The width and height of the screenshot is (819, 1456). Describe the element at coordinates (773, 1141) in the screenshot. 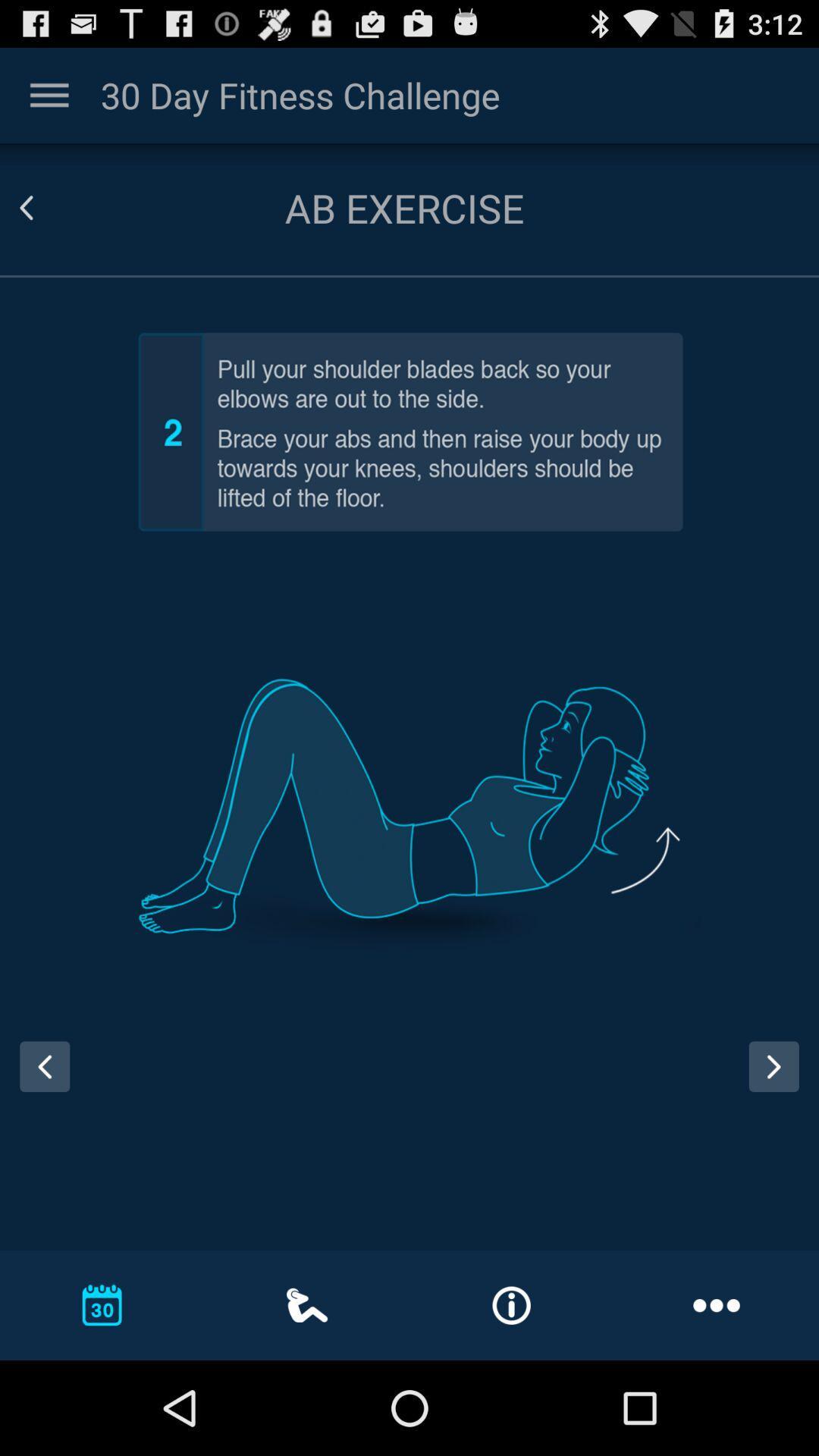

I see `the arrow_forward icon` at that location.